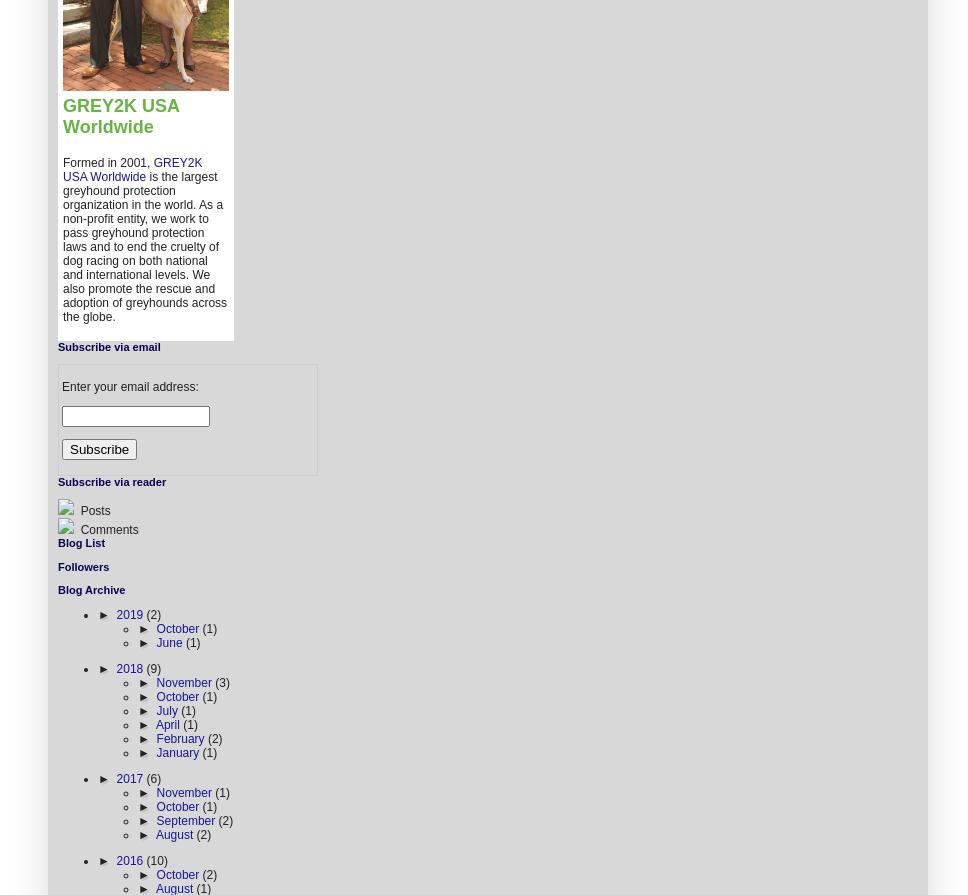 The height and width of the screenshot is (895, 968). I want to click on 'Formed in 2001,', so click(108, 162).